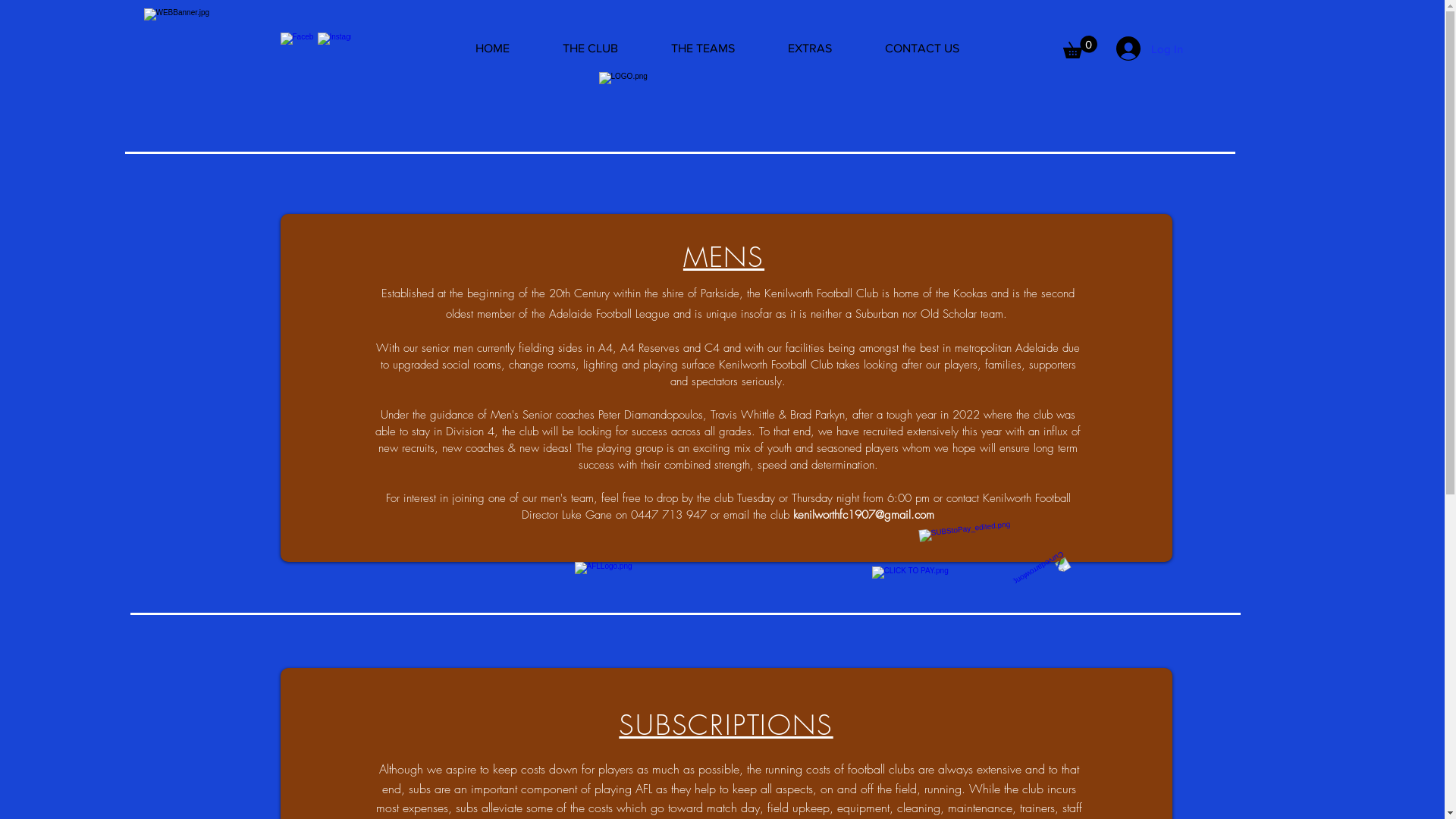  Describe the element at coordinates (588, 48) in the screenshot. I see `'THE CLUB'` at that location.